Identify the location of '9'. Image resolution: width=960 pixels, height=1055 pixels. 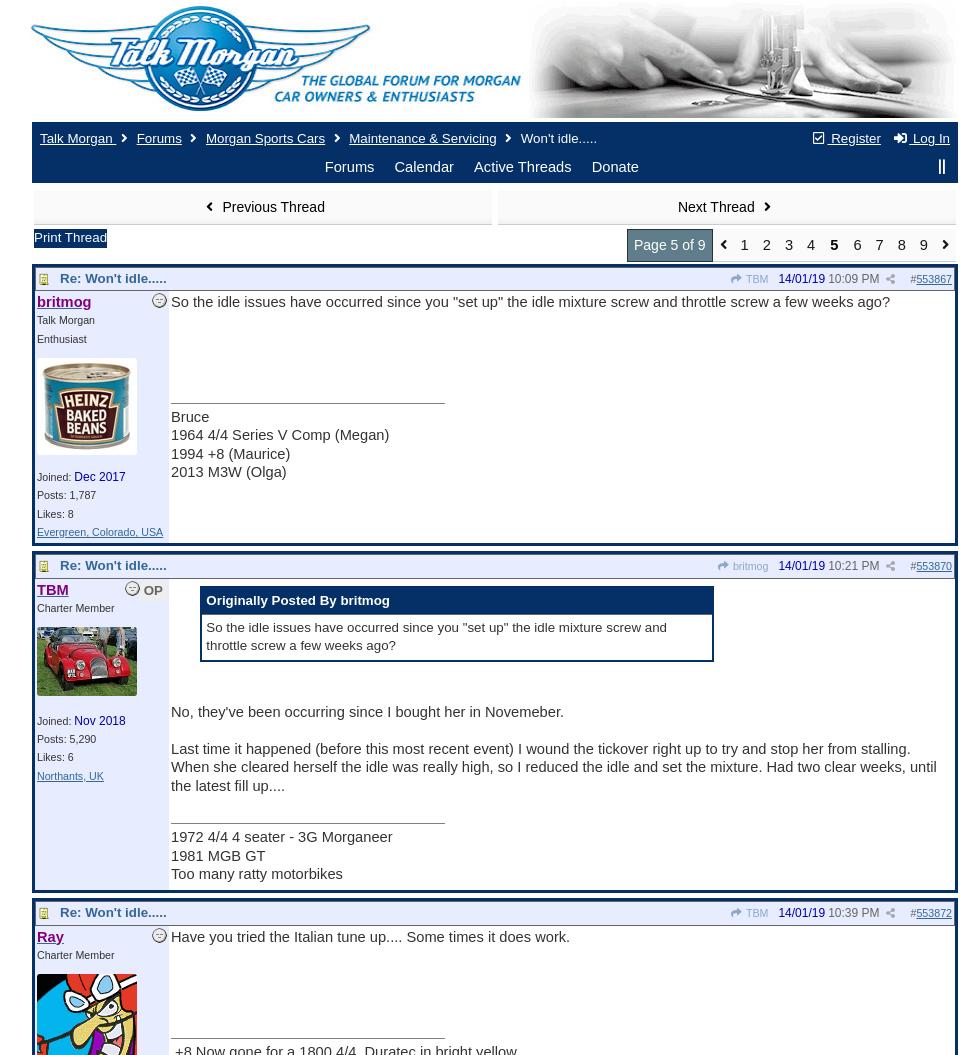
(923, 244).